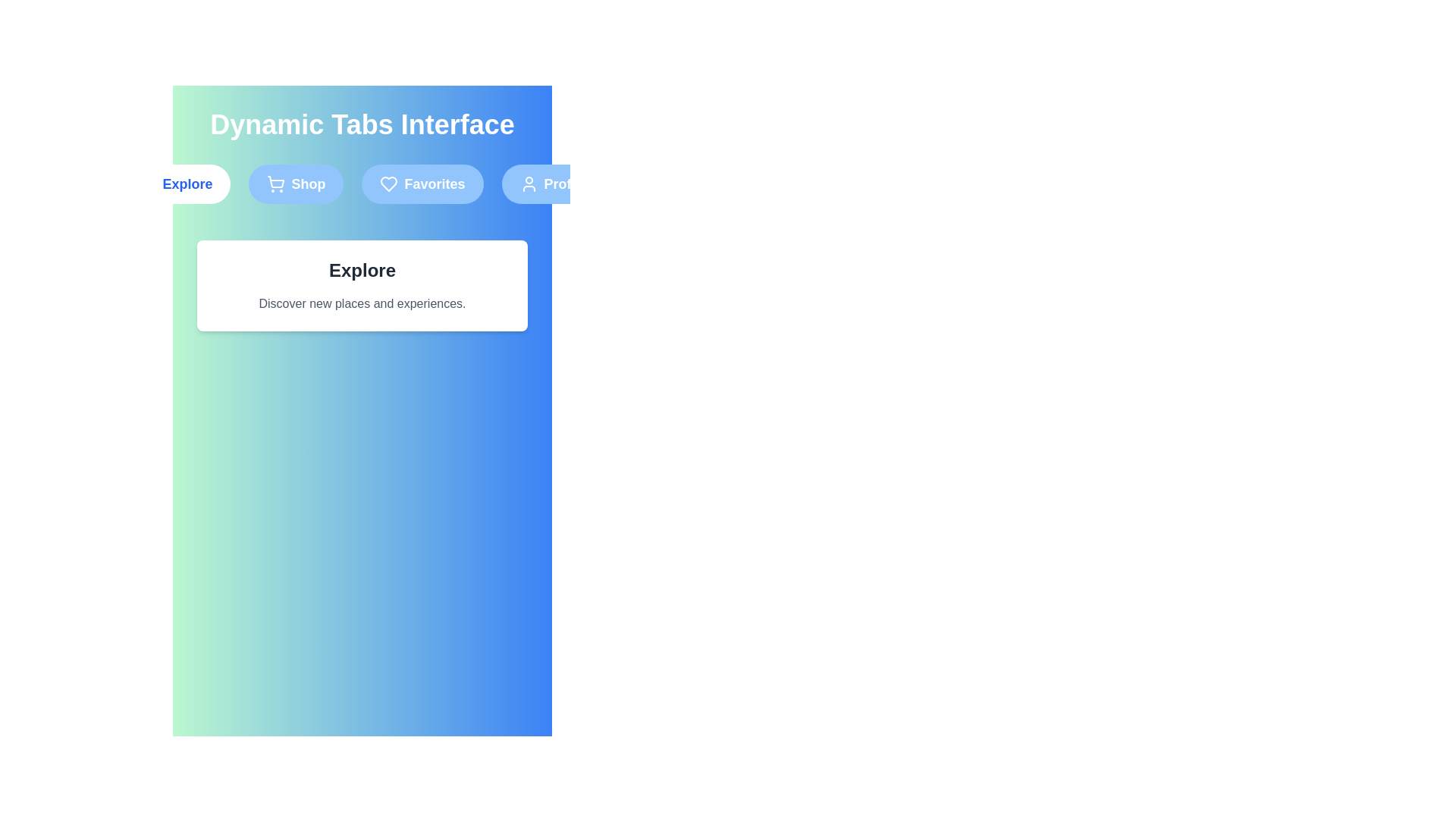 The width and height of the screenshot is (1456, 819). Describe the element at coordinates (362, 270) in the screenshot. I see `the text 'Explore' to select it` at that location.